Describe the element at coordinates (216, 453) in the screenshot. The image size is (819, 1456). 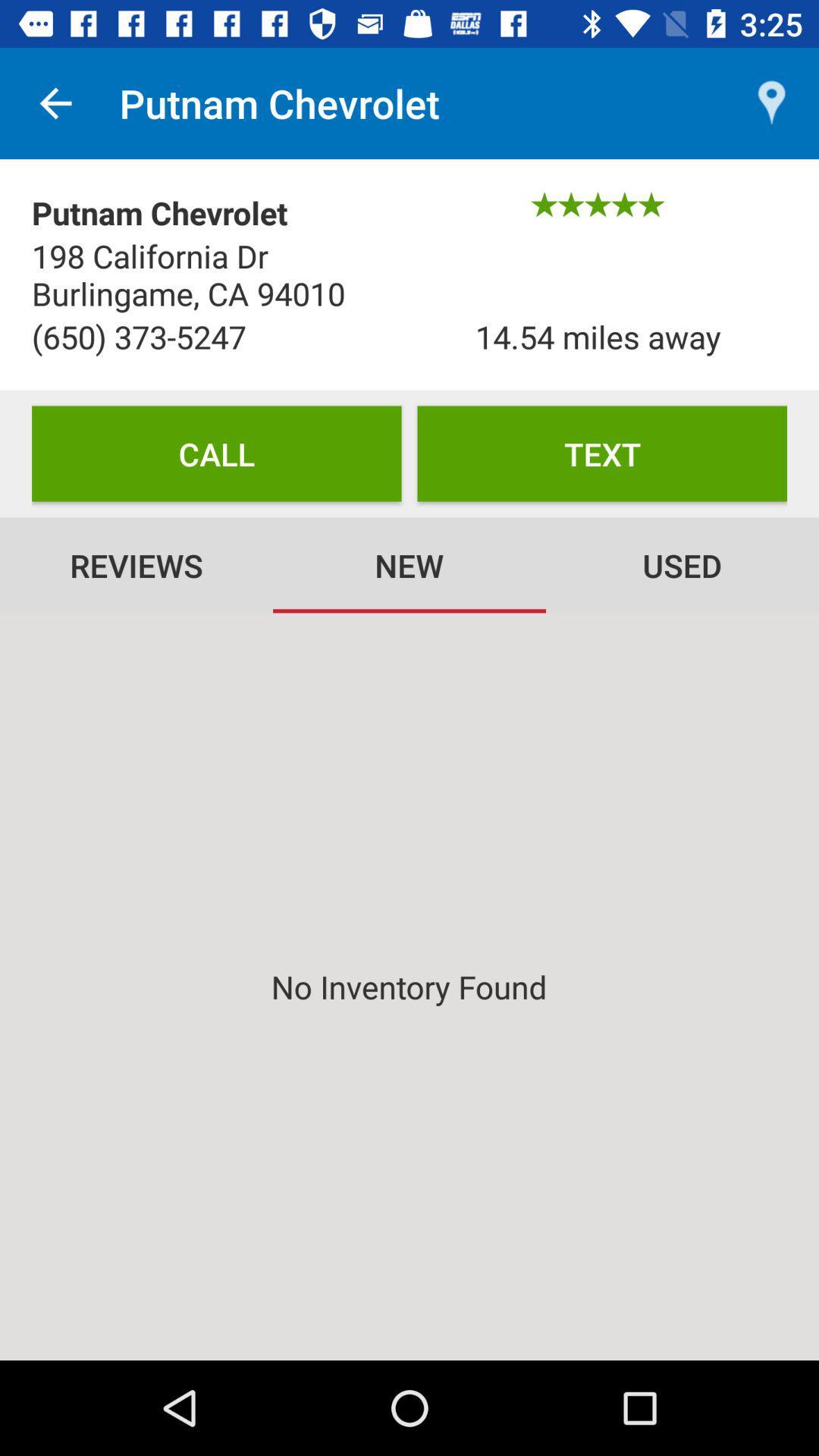
I see `the icon below the (650) 373-5247 item` at that location.